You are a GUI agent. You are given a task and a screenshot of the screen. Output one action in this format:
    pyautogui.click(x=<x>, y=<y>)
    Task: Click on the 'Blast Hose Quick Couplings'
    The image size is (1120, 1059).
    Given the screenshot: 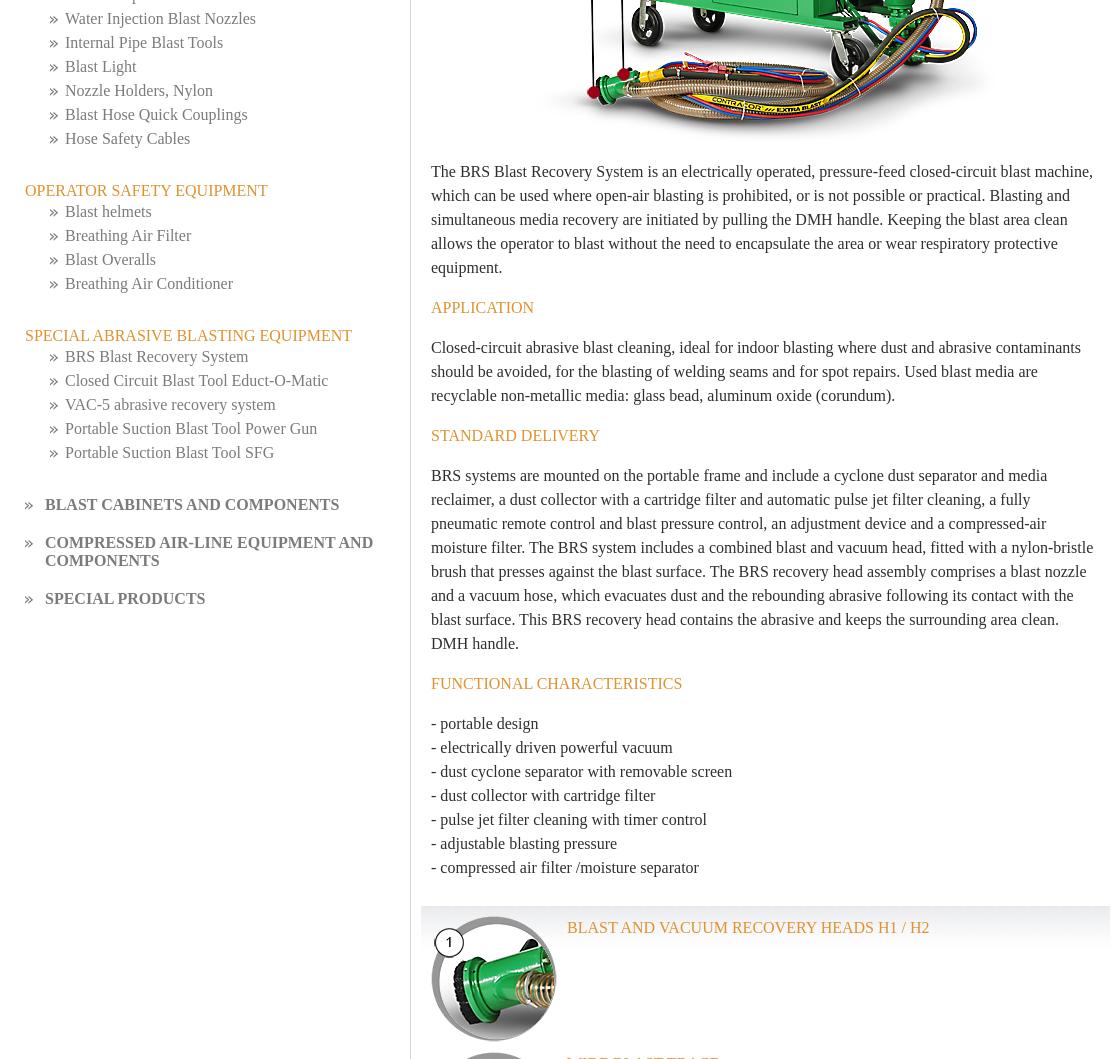 What is the action you would take?
    pyautogui.click(x=156, y=113)
    